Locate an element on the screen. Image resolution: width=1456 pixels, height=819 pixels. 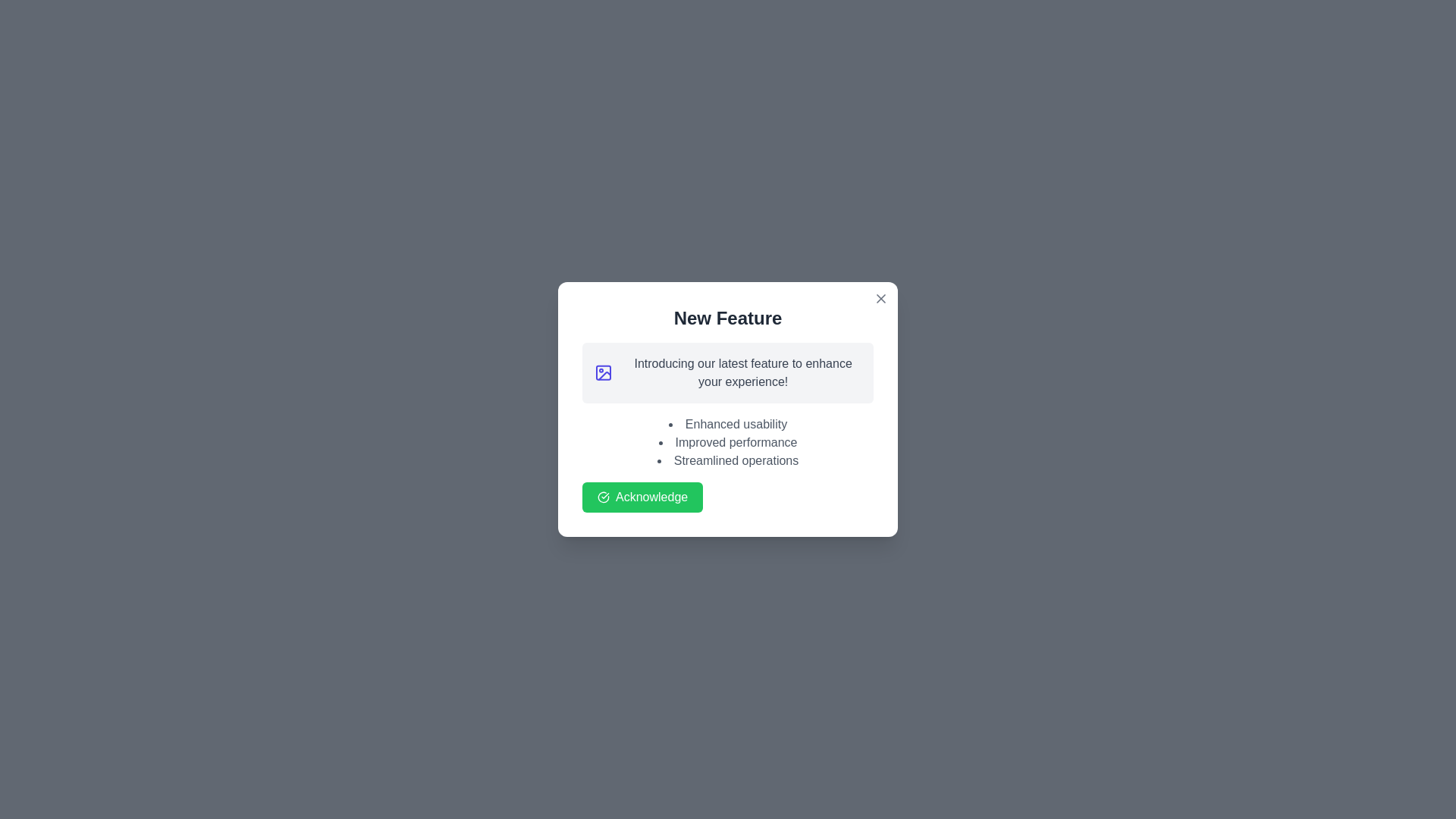
the central button located below the bulleted list of feature benefits and to the right of the 'Acknowledge' button is located at coordinates (755, 485).